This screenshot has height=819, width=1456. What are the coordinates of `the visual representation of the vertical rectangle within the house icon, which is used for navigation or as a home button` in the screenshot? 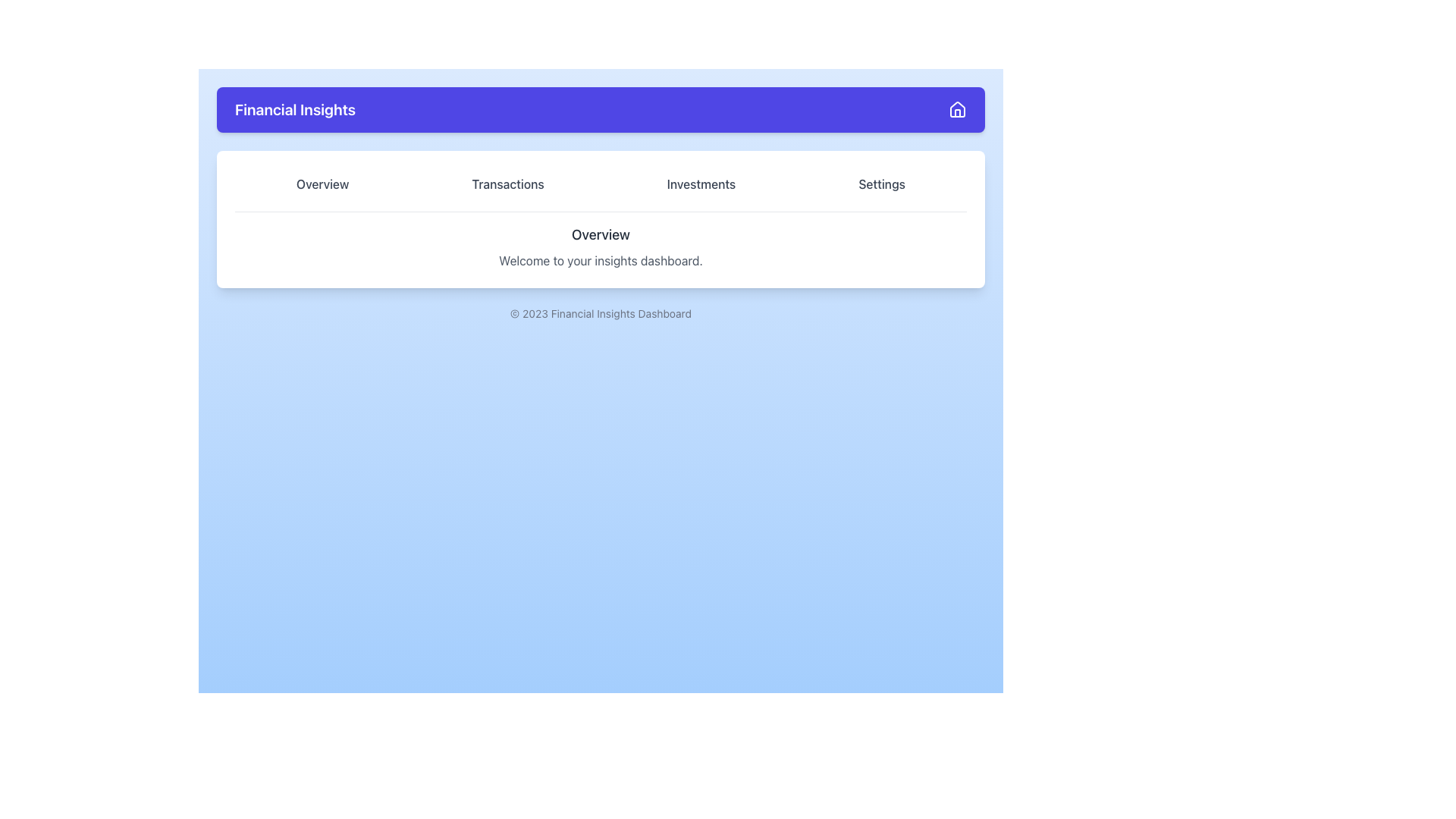 It's located at (956, 112).